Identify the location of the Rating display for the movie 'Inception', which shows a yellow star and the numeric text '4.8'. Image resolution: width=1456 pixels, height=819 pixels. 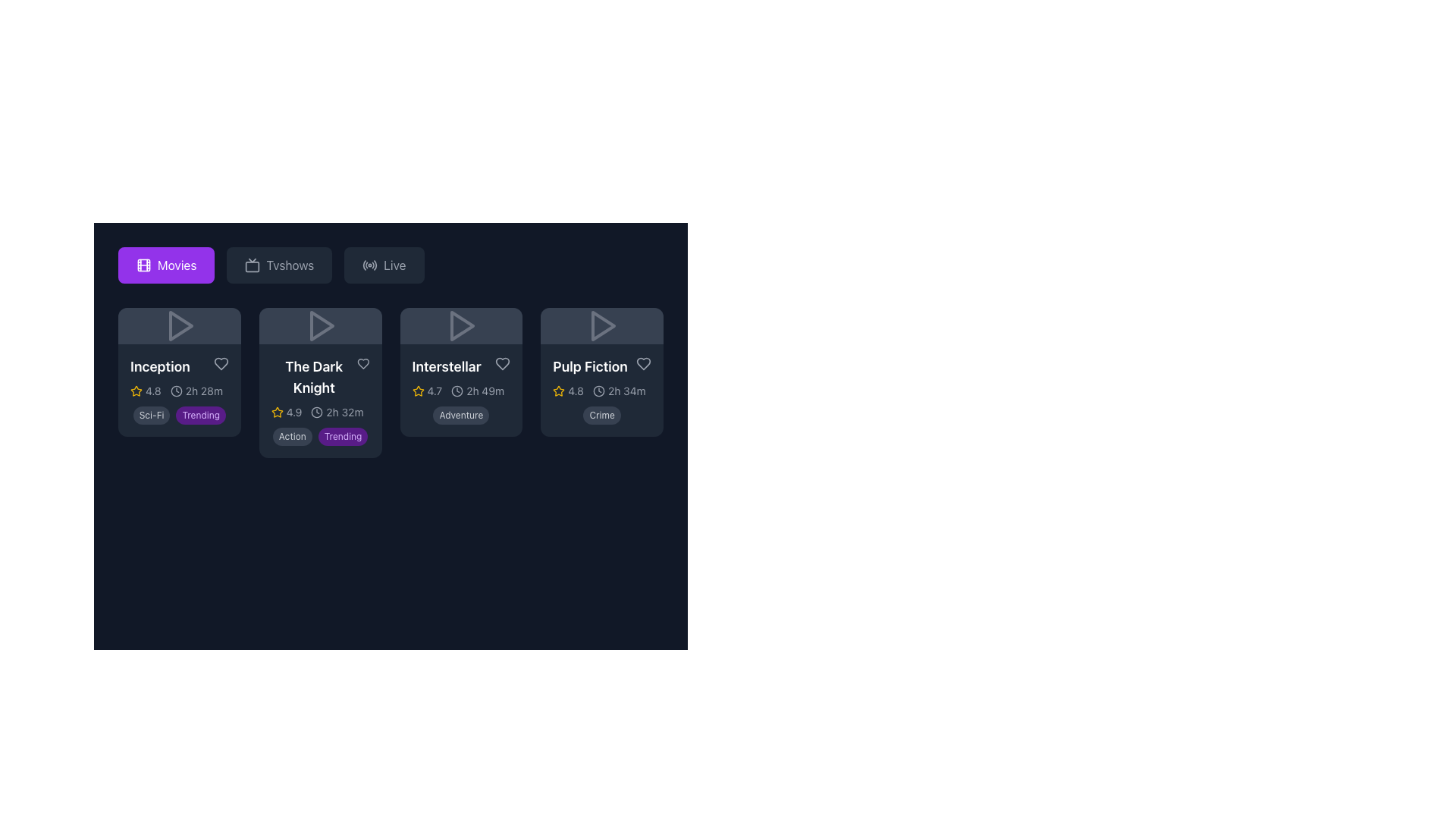
(146, 391).